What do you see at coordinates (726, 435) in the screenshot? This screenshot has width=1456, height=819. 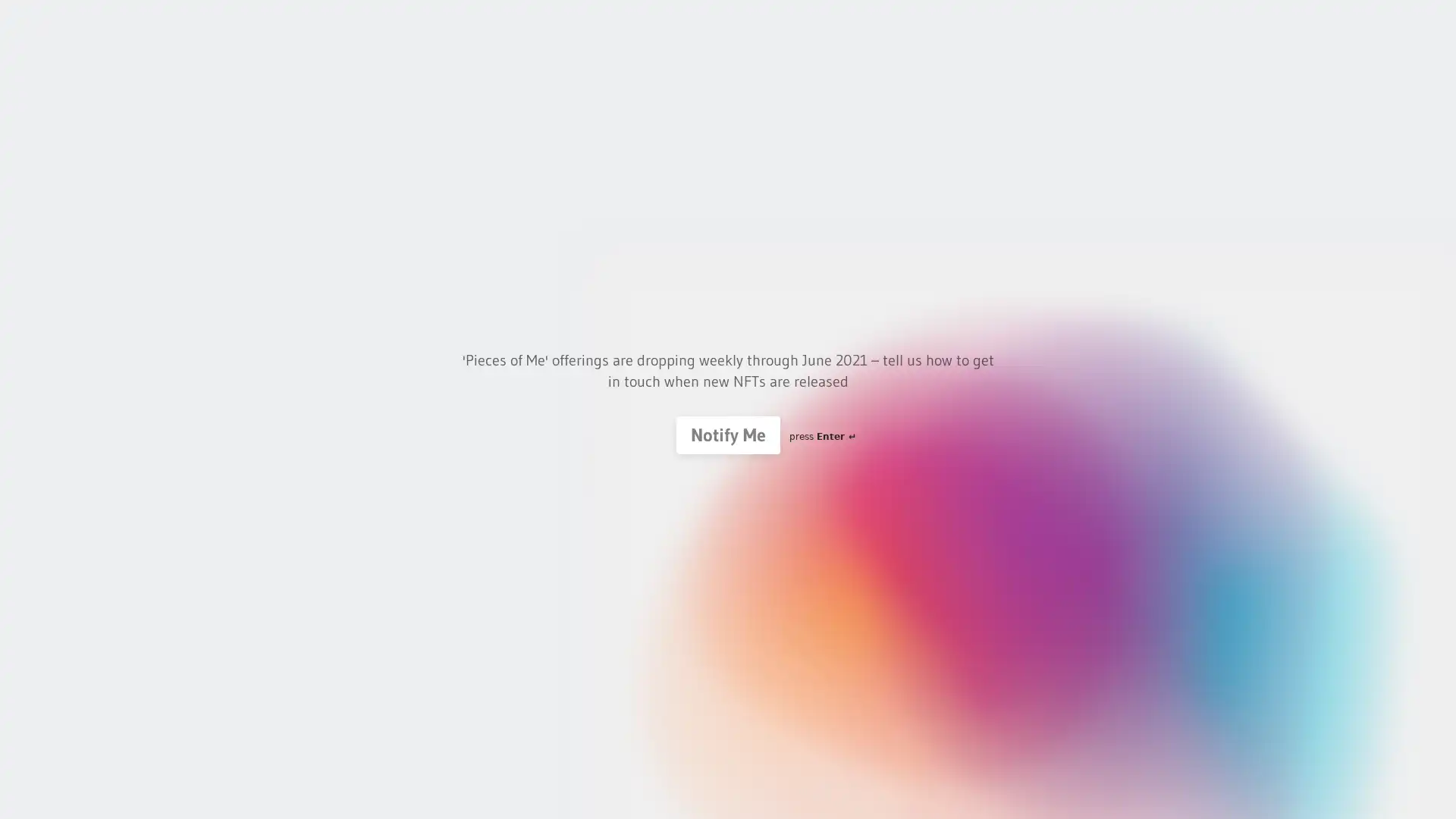 I see `Notify Me` at bounding box center [726, 435].